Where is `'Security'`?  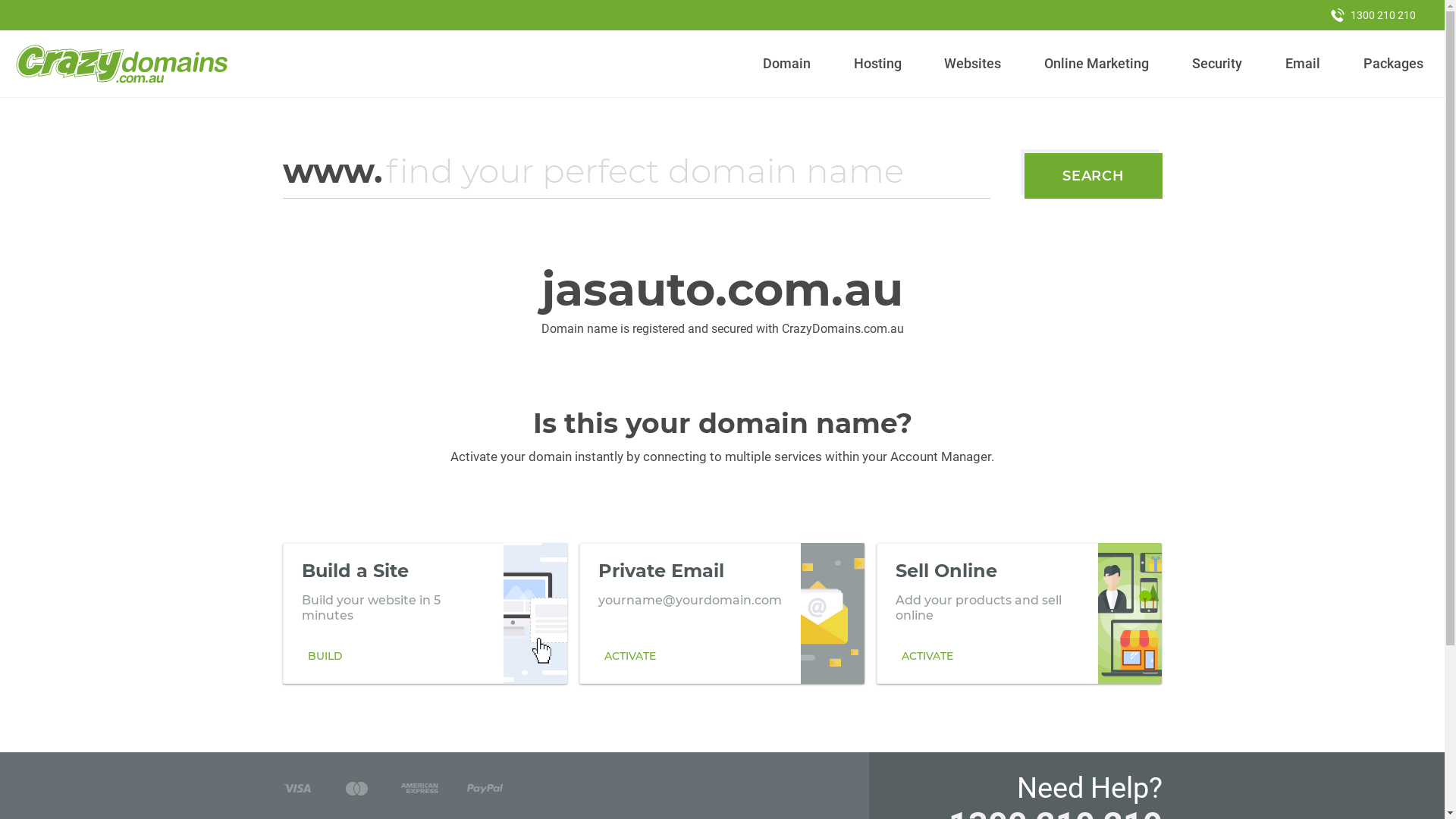 'Security' is located at coordinates (1217, 63).